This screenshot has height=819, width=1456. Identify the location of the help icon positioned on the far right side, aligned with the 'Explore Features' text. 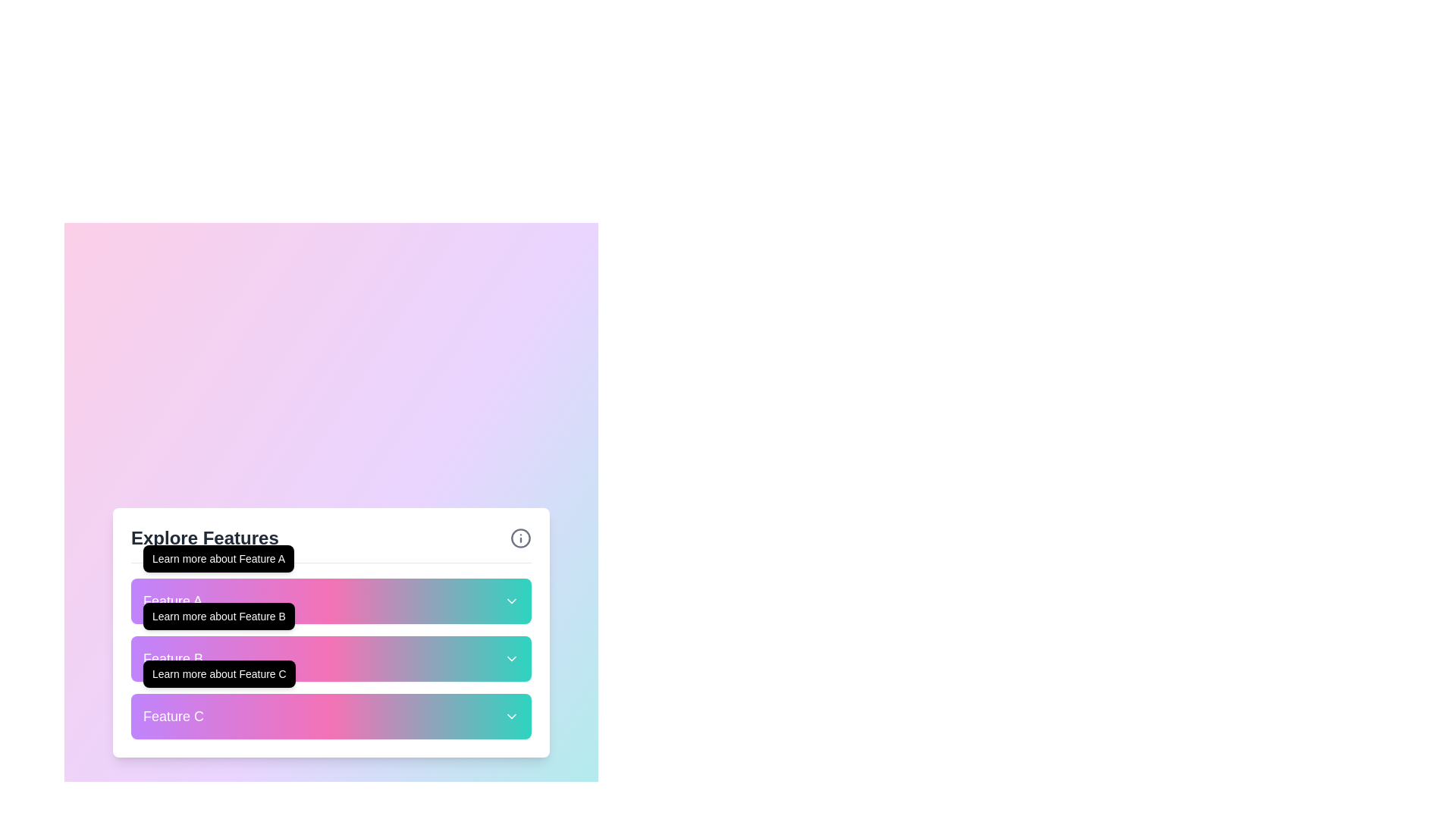
(520, 537).